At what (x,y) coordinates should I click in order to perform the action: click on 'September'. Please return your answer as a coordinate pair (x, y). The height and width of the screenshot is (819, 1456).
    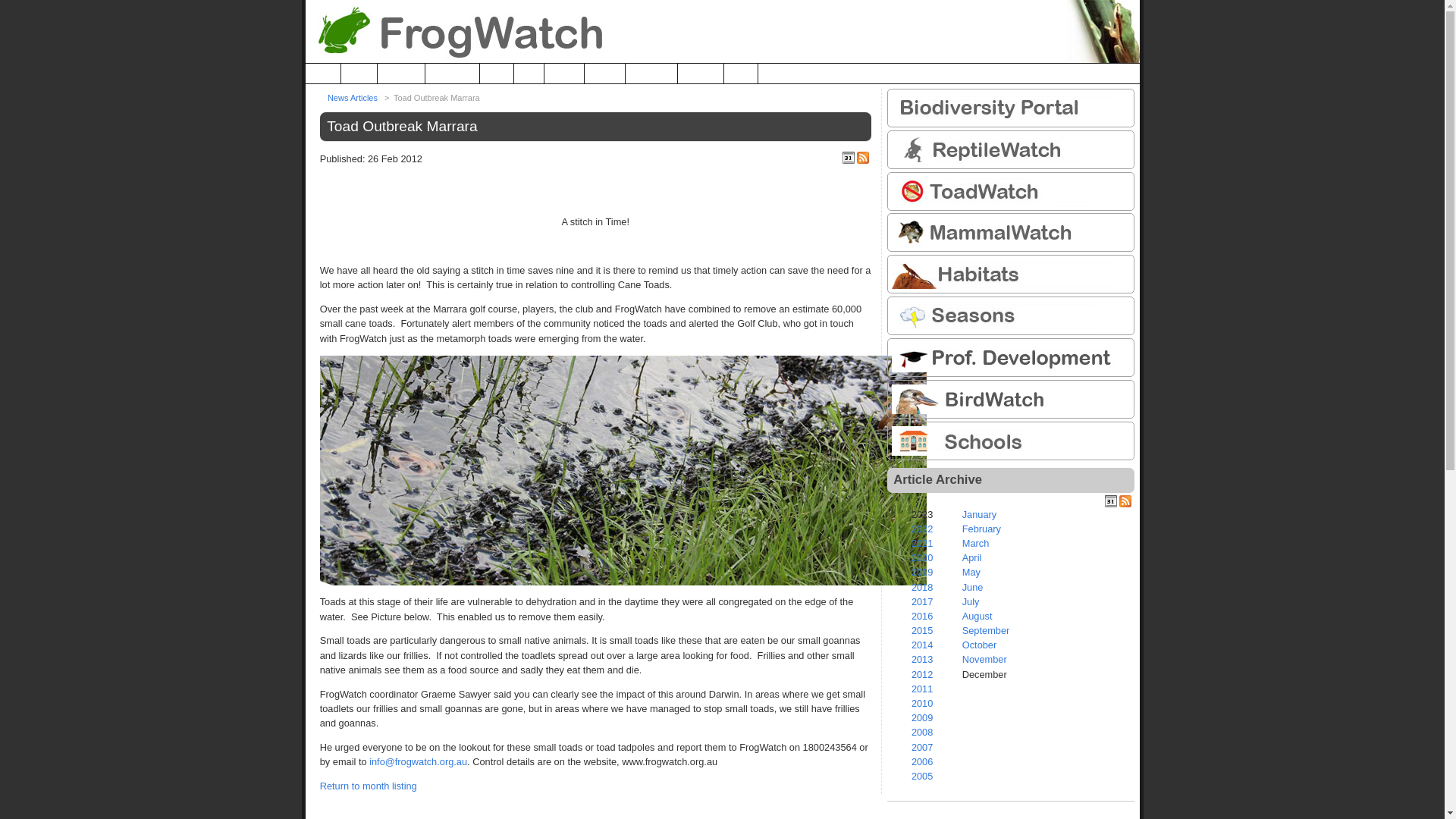
    Looking at the image, I should click on (961, 630).